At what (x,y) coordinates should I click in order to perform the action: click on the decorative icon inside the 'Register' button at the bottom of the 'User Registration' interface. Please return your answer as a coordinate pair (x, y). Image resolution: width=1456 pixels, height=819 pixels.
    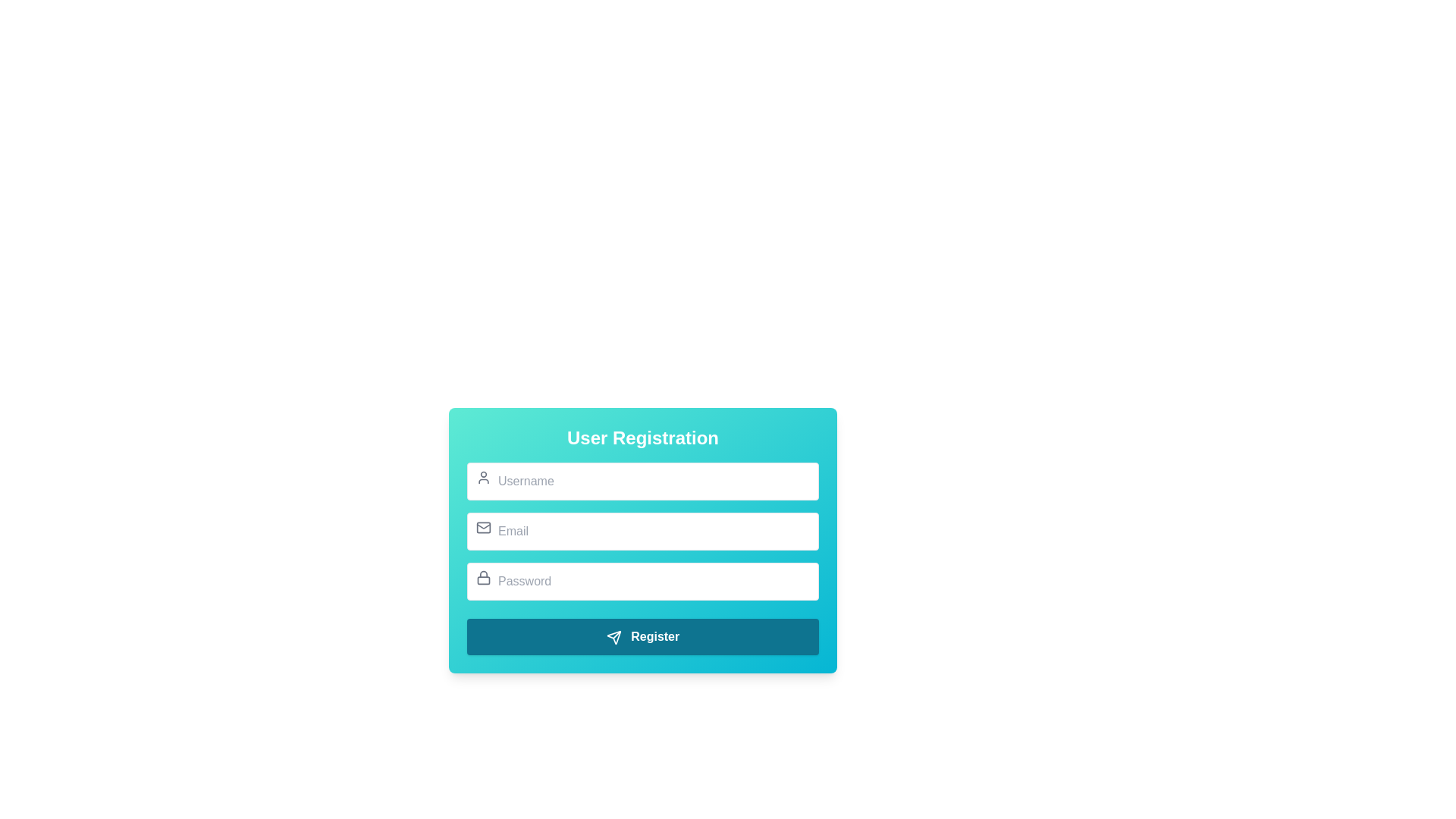
    Looking at the image, I should click on (613, 637).